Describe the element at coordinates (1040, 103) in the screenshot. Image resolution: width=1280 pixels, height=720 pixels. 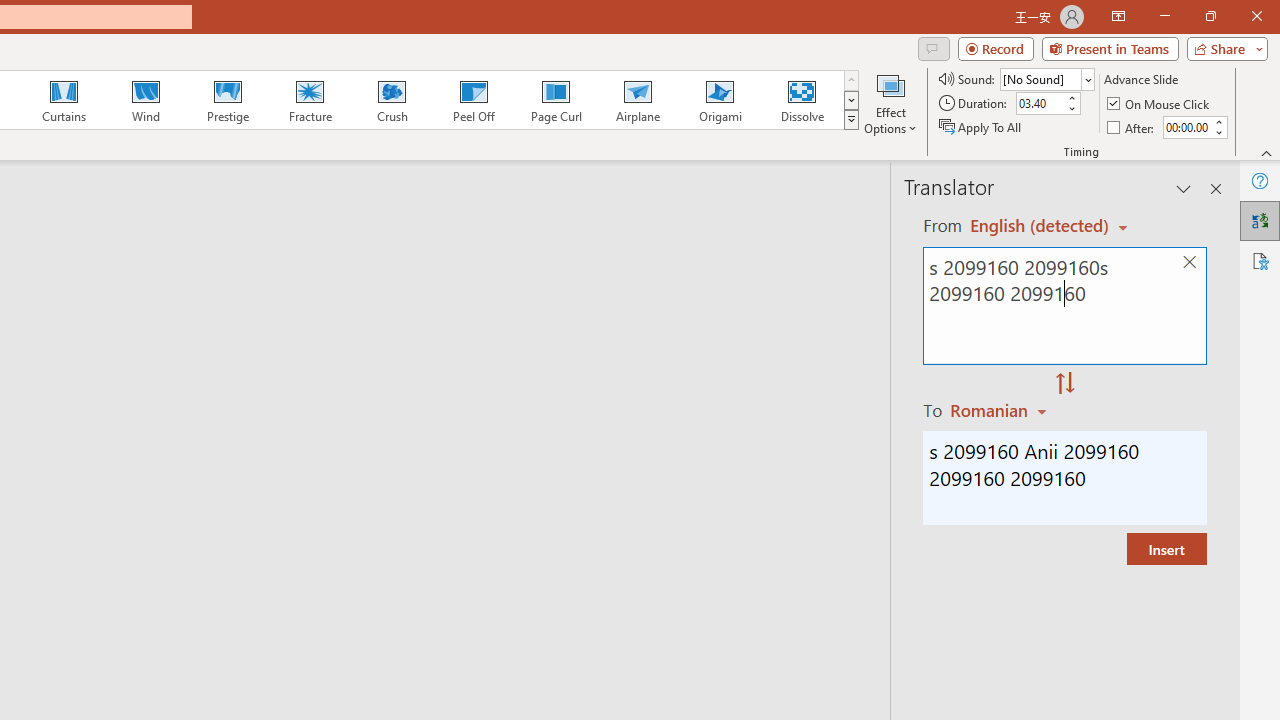
I see `'Duration'` at that location.